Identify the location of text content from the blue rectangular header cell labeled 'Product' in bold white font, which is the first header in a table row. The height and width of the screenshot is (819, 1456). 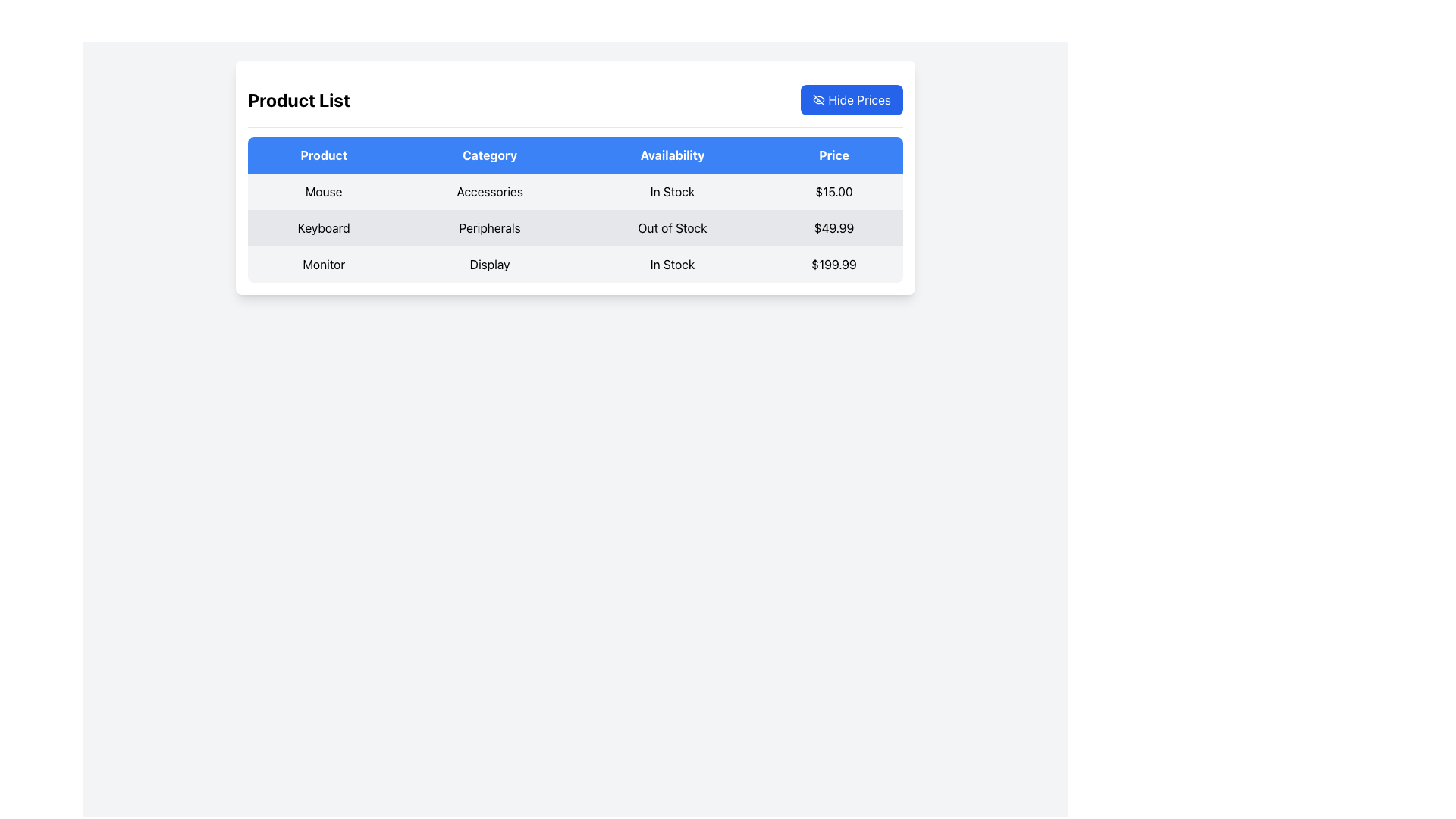
(323, 155).